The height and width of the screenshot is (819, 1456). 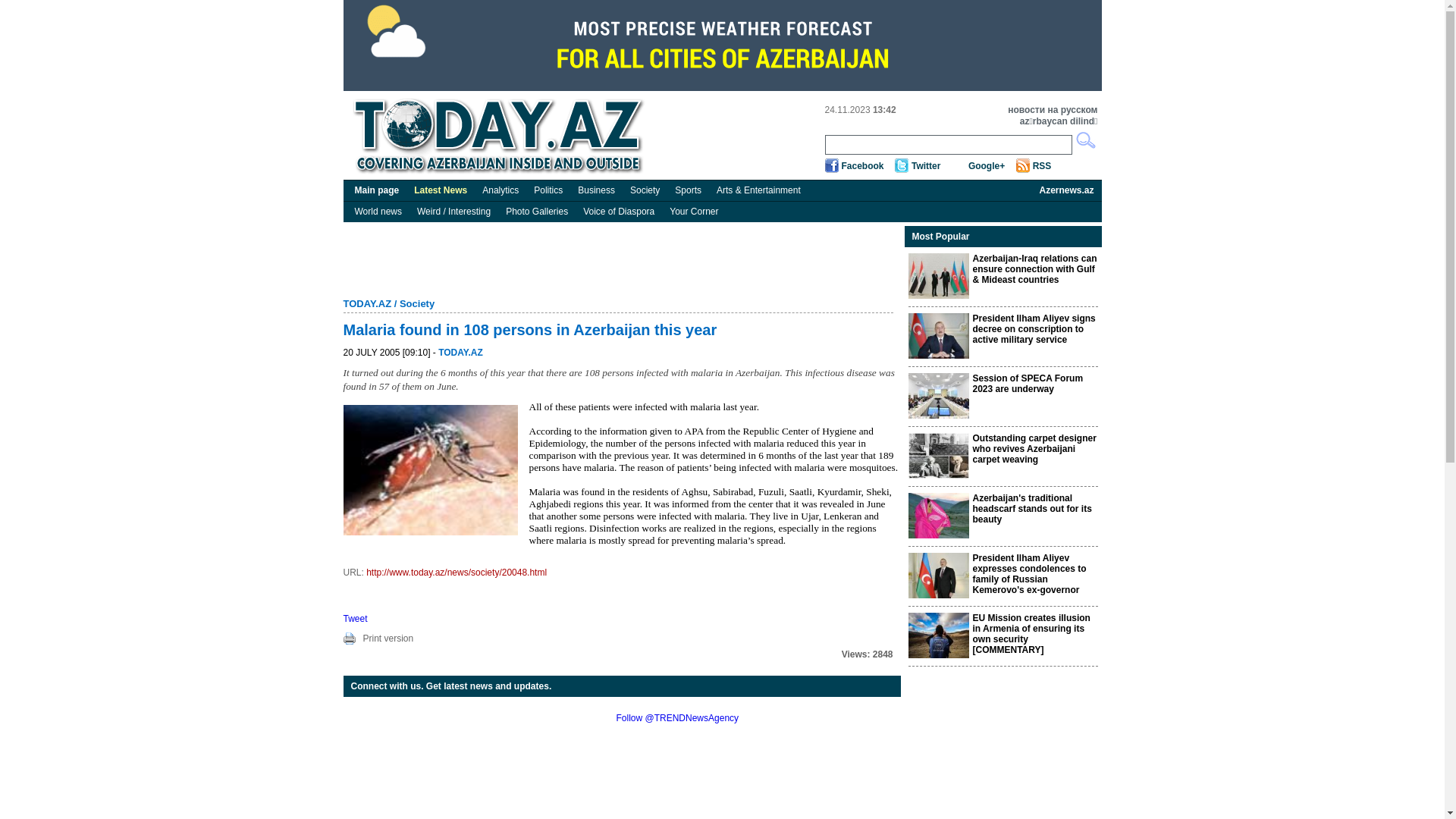 I want to click on 'Today.az', so click(x=502, y=136).